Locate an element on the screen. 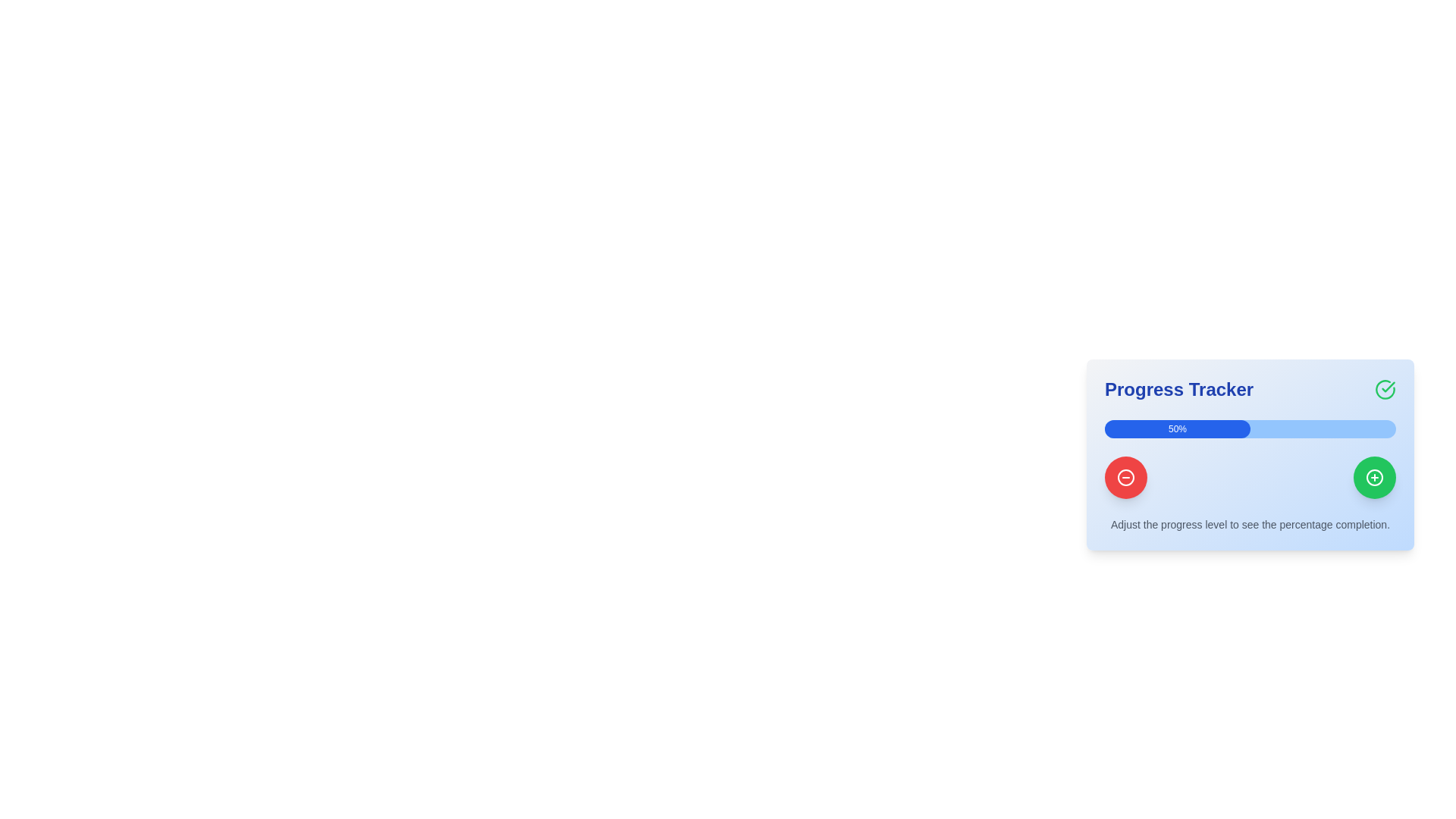 The width and height of the screenshot is (1456, 819). the completion status icon located at the top-right corner of the 'Progress Tracker' section, aligned with the title text 'Progress Tracker.' is located at coordinates (1385, 388).